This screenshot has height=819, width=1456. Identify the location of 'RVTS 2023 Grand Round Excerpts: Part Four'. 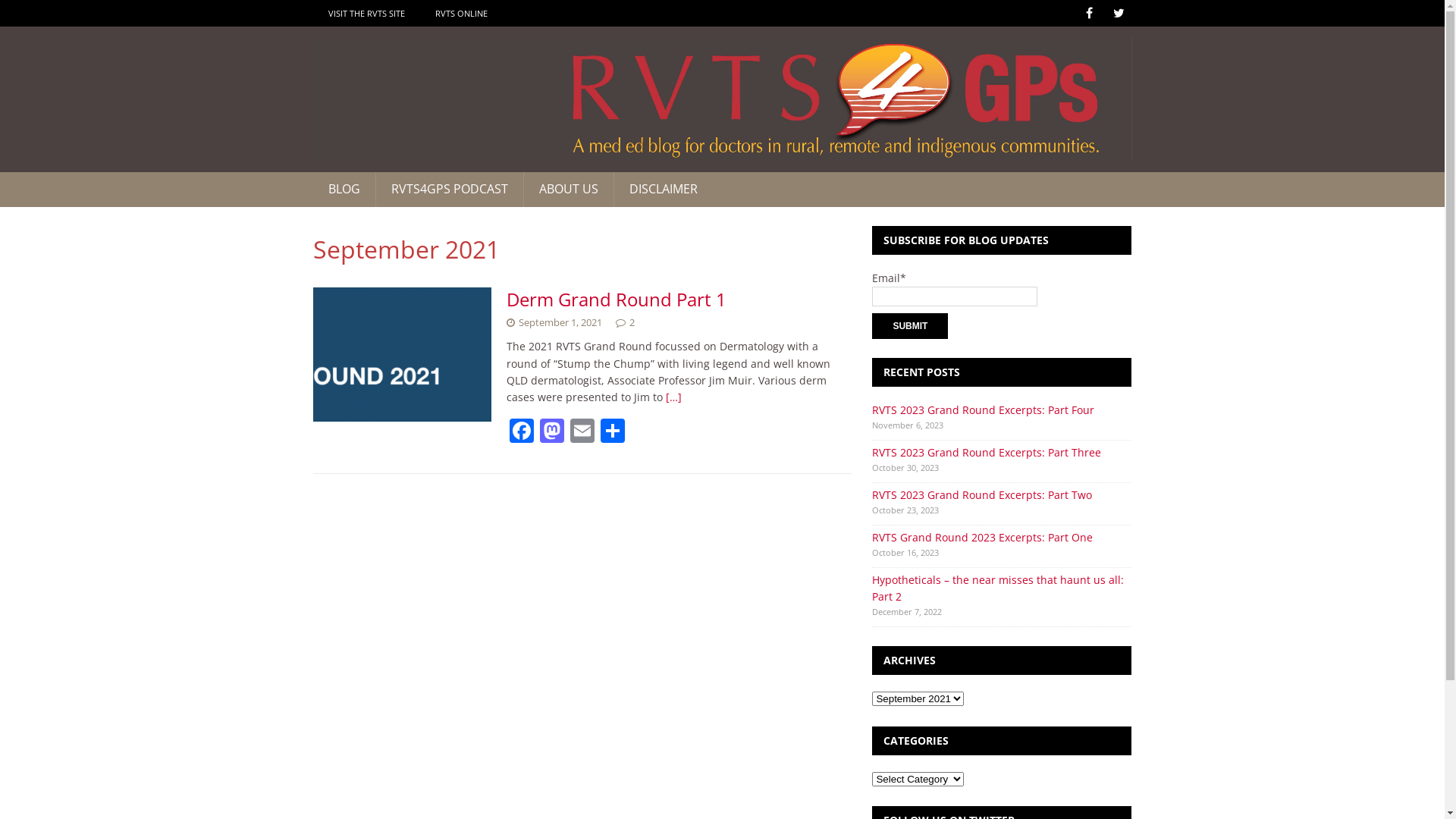
(872, 409).